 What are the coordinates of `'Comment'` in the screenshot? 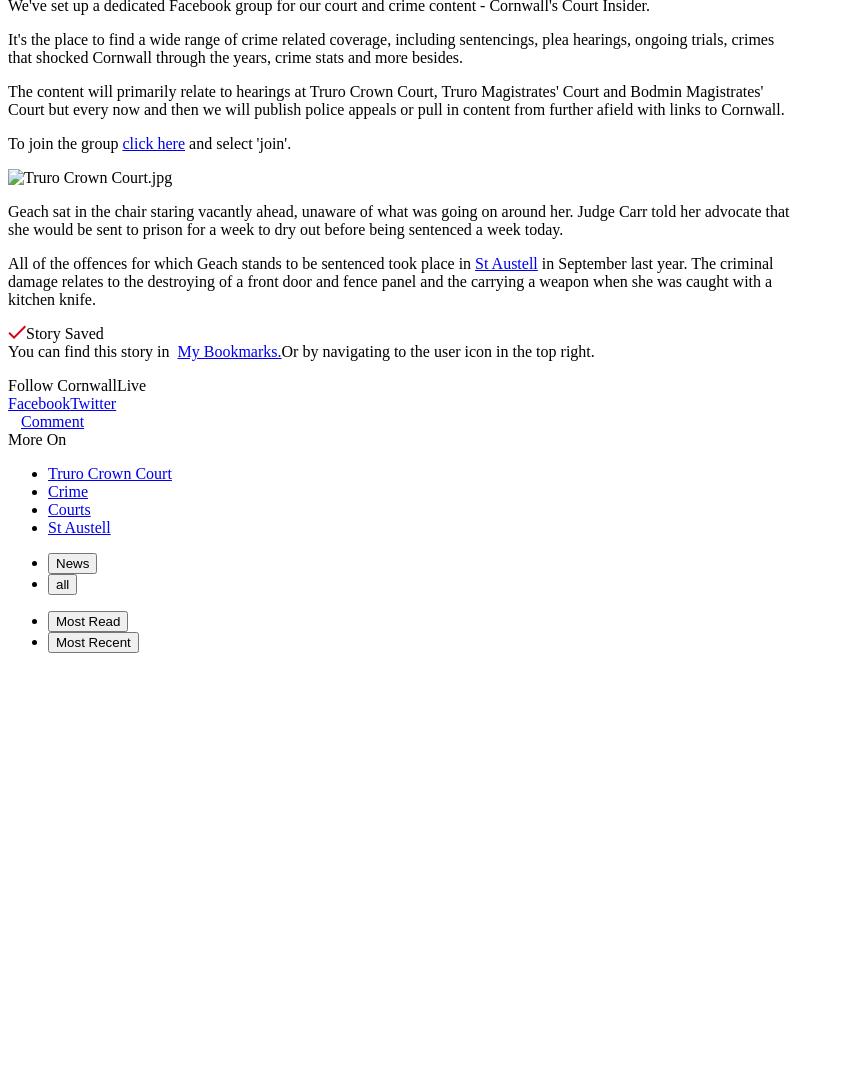 It's located at (51, 420).